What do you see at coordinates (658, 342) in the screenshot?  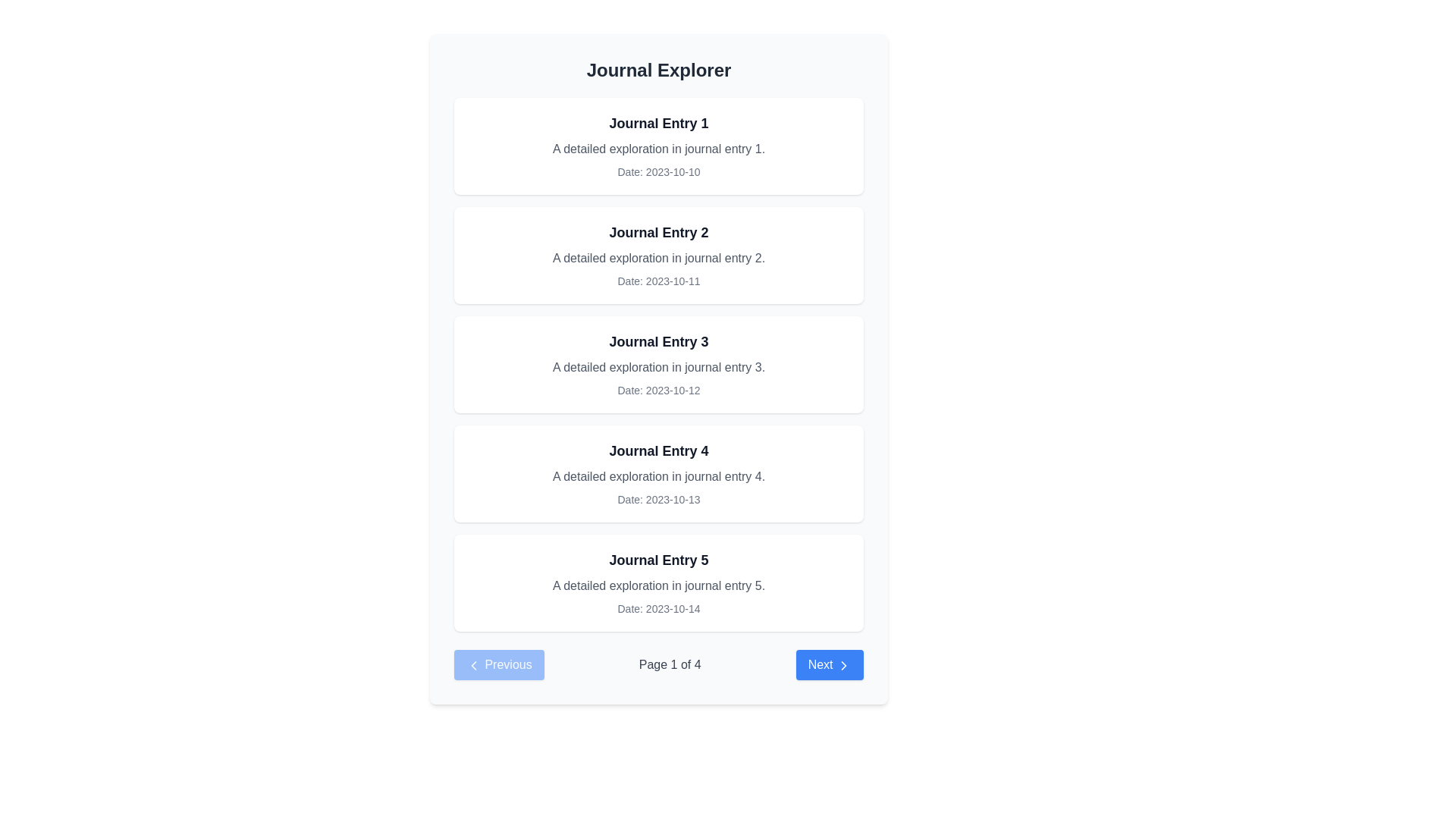 I see `text label displaying 'Journal Entry 3' which is centrally aligned within the third entry card of journal entries` at bounding box center [658, 342].